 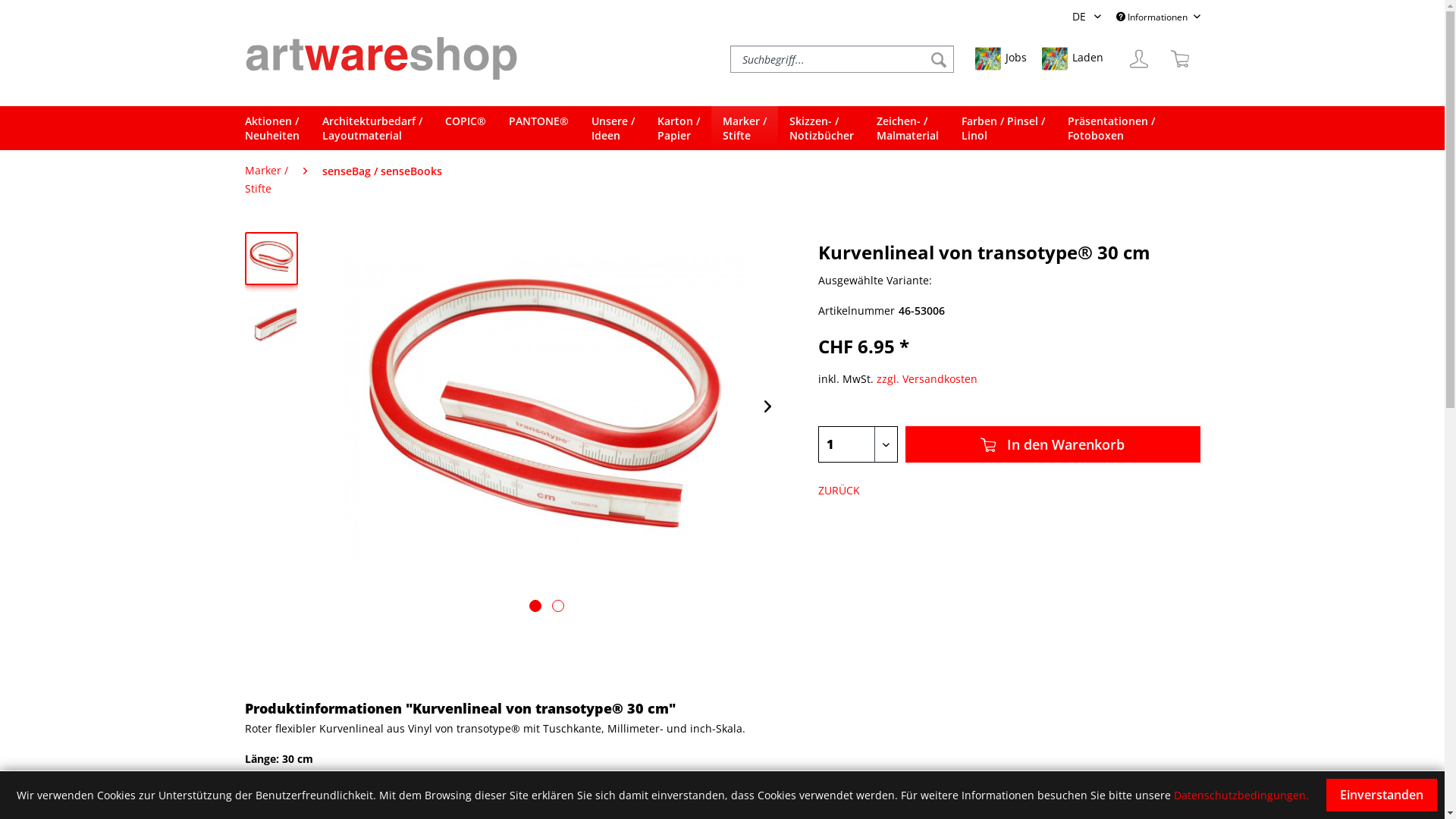 I want to click on 'Farben / Pinsel /, so click(x=1002, y=127).